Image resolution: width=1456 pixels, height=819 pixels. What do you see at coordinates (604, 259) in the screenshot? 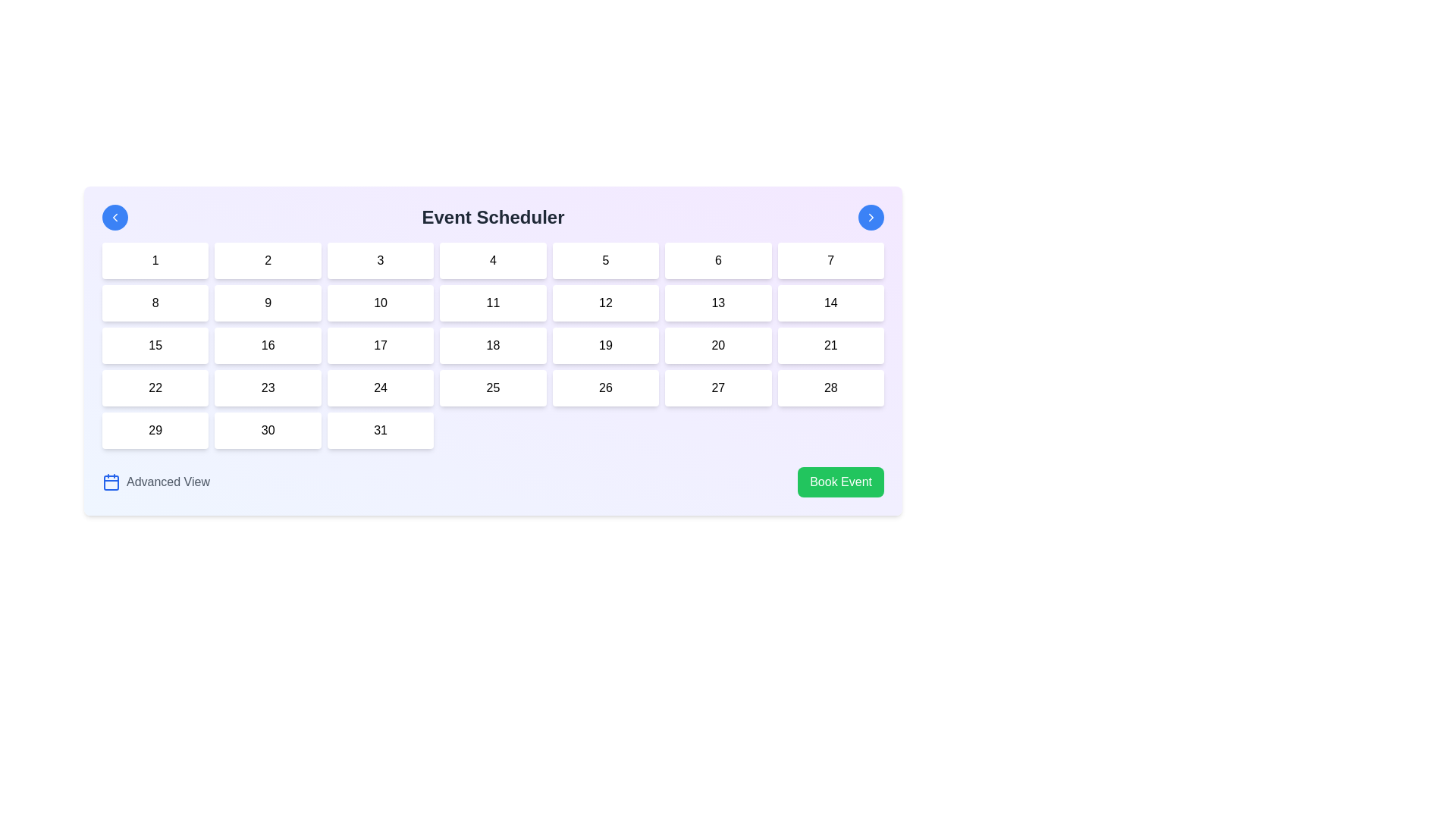
I see `the fifth date button in the calendar` at bounding box center [604, 259].